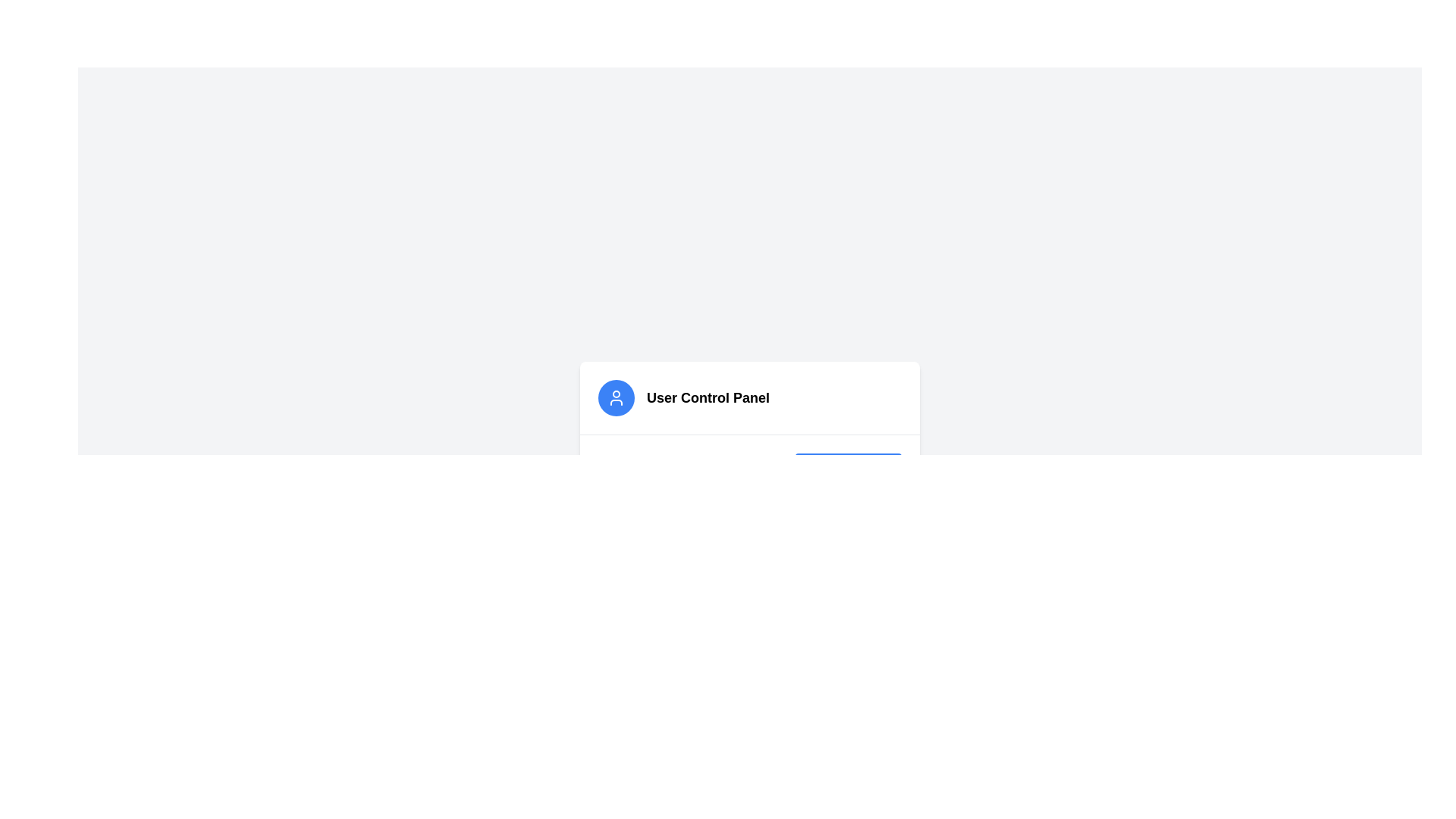  I want to click on the icon of the label located at the top of the user control panel section, which serves as a heading for this functional area, so click(749, 397).